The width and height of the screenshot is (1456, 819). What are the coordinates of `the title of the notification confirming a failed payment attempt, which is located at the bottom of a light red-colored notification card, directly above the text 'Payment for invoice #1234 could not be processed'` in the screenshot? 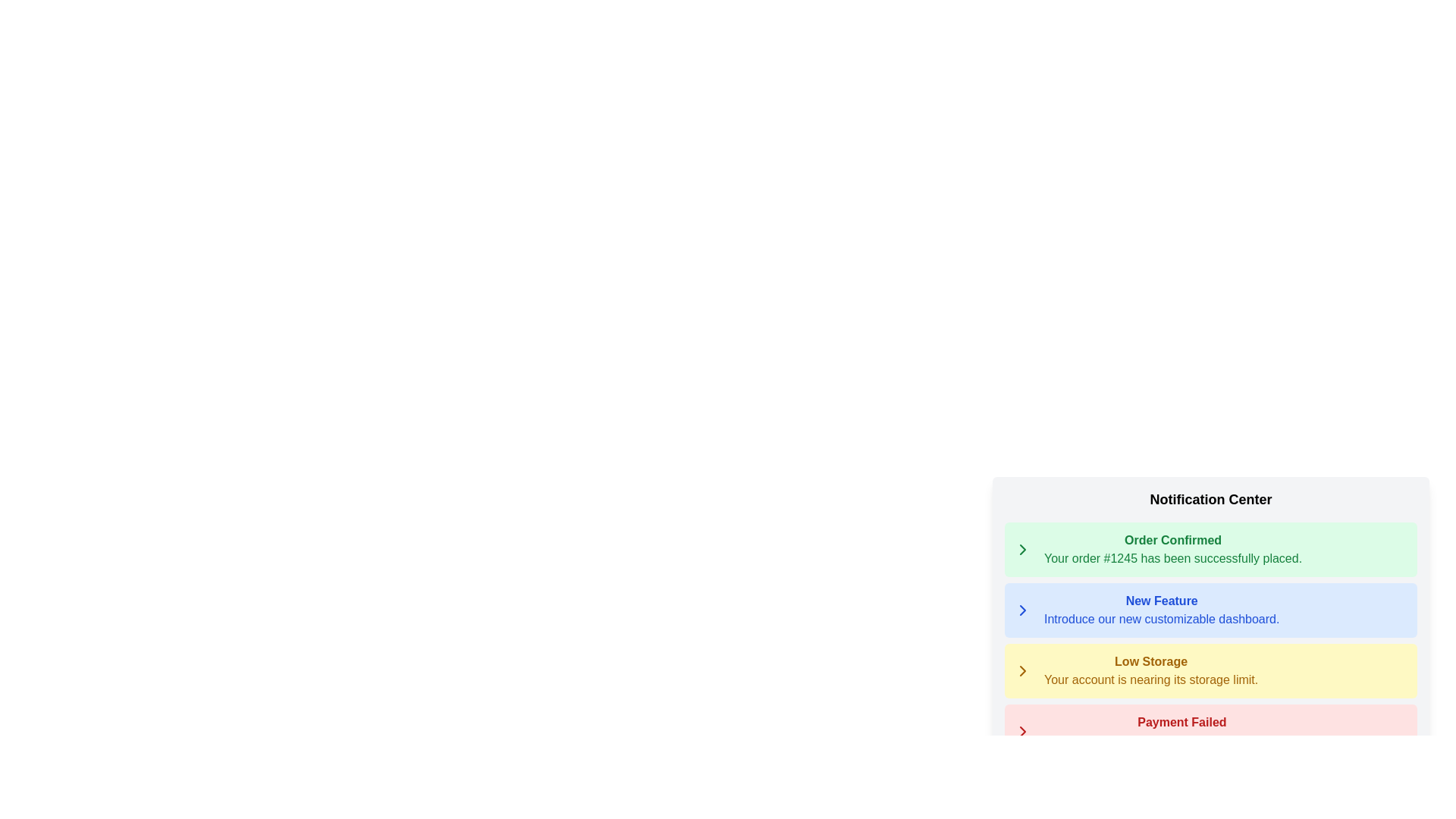 It's located at (1181, 721).